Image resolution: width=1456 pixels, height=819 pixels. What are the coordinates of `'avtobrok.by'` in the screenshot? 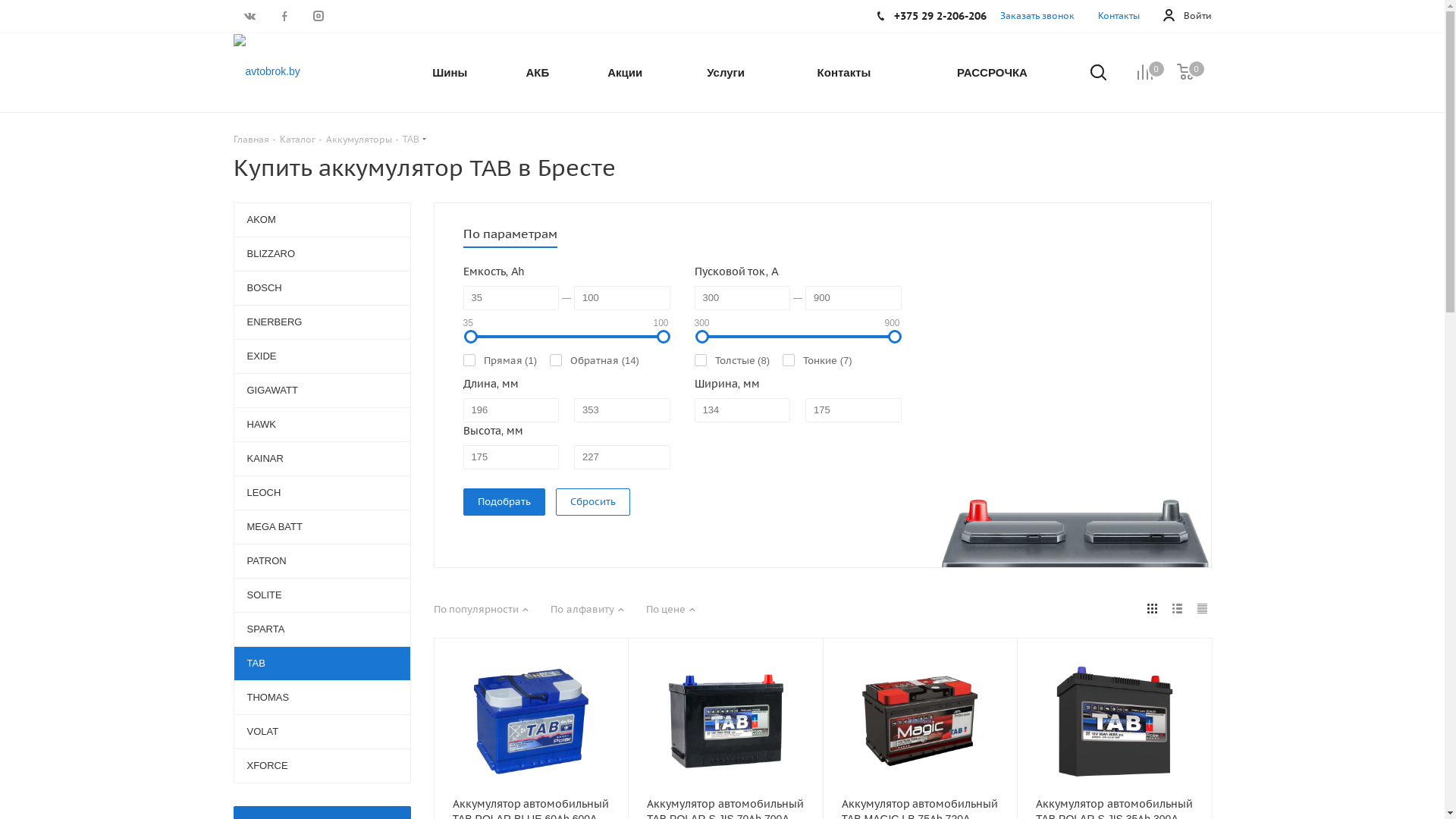 It's located at (266, 71).